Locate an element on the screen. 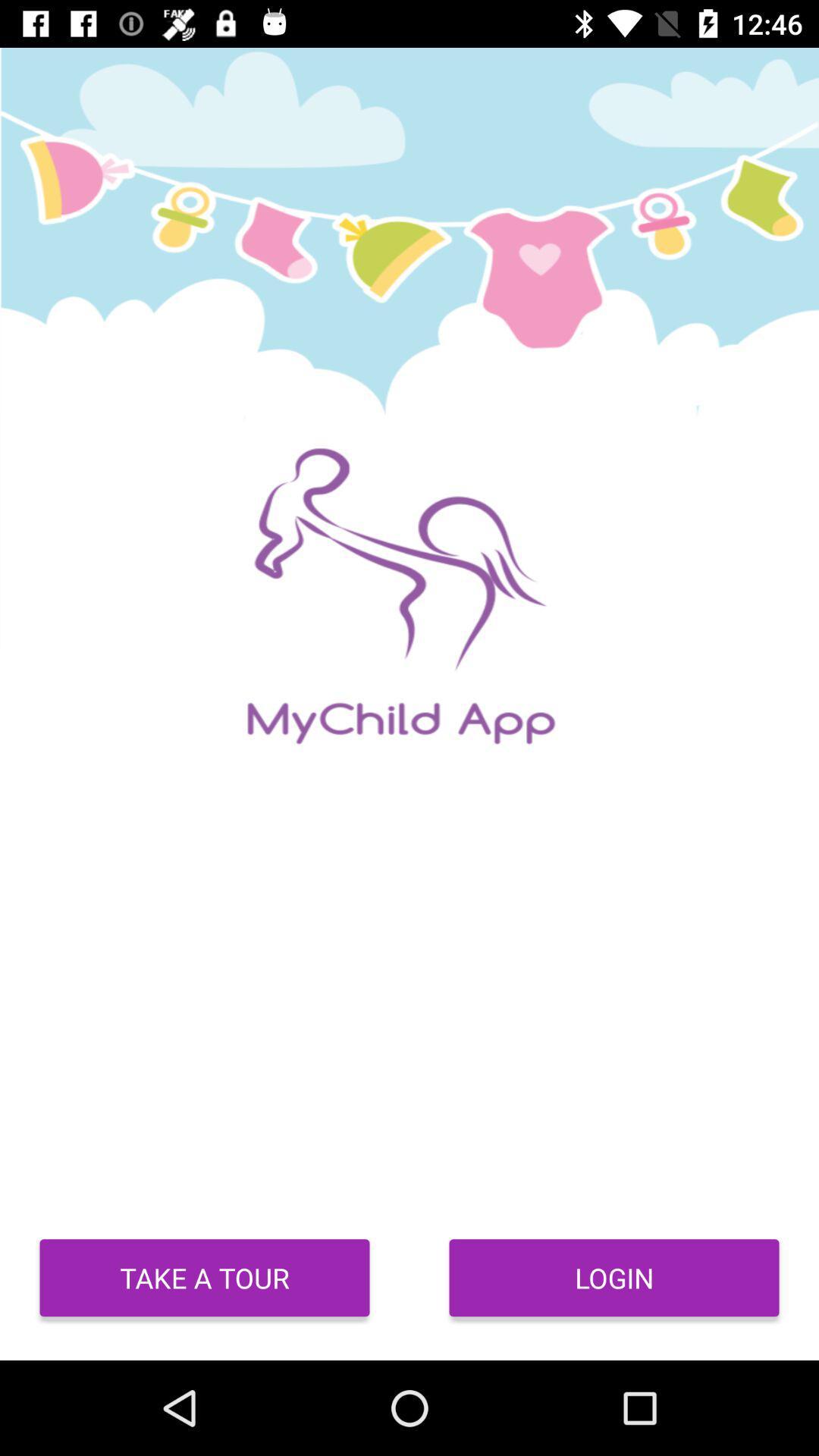 The image size is (819, 1456). the icon next to the take a tour icon is located at coordinates (614, 1277).